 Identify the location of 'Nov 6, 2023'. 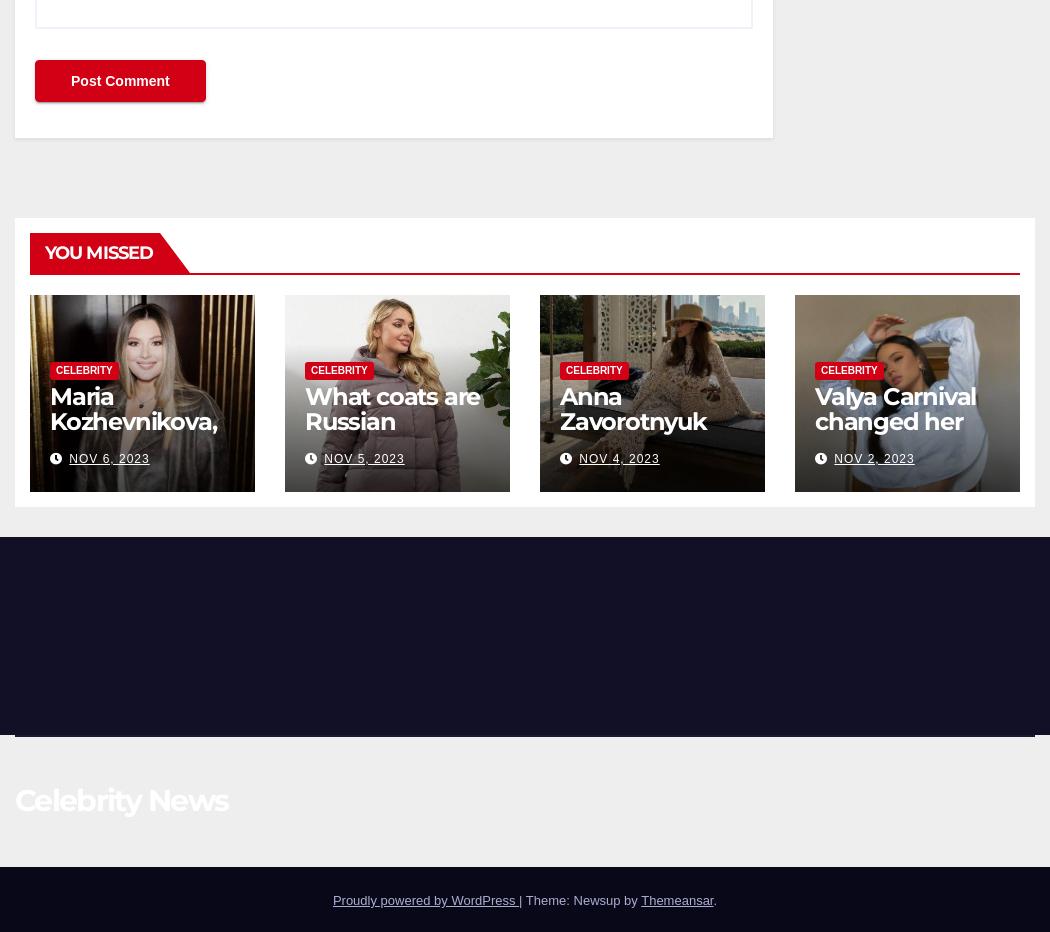
(108, 457).